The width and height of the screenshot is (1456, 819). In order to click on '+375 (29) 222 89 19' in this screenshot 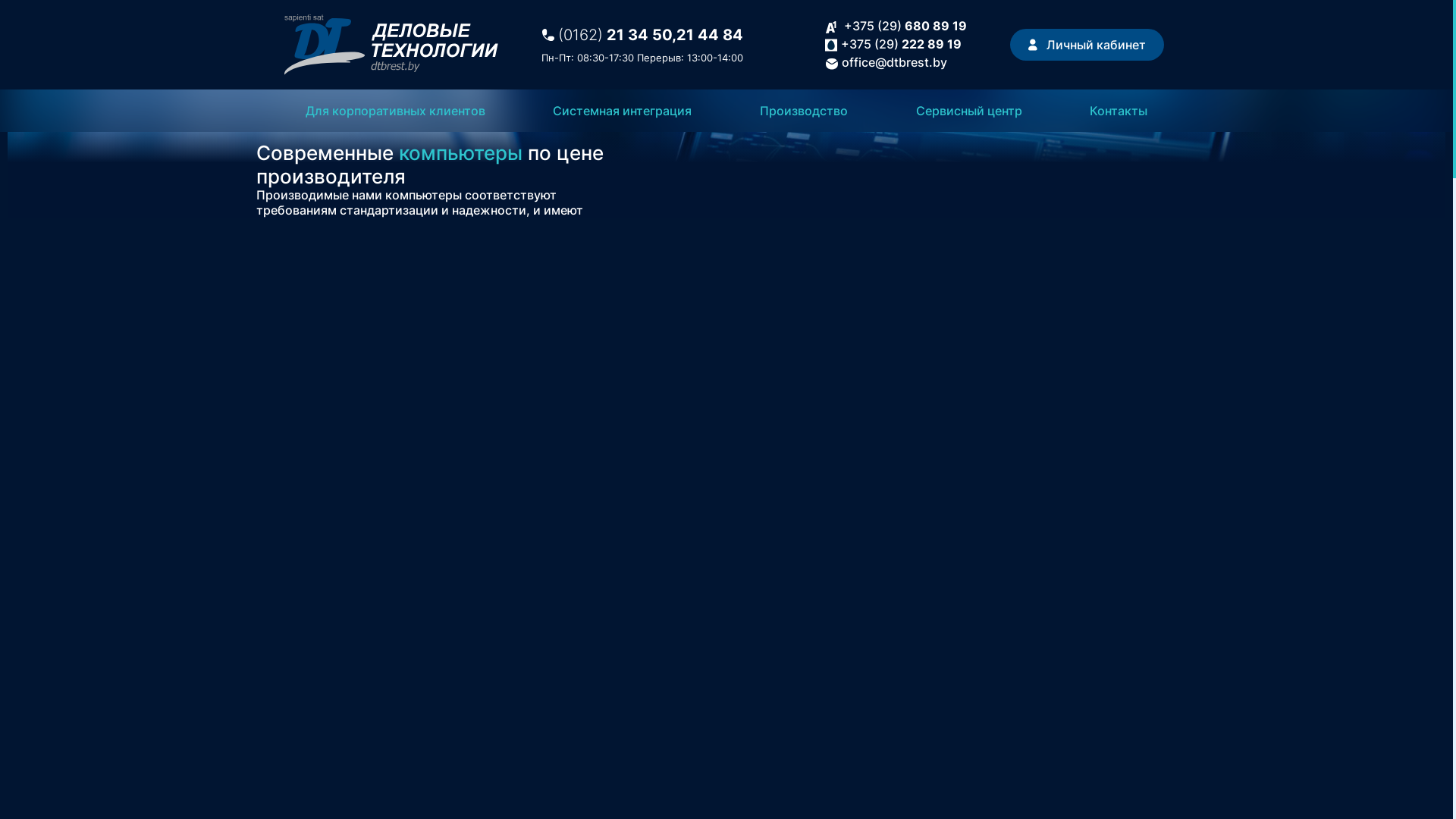, I will do `click(901, 42)`.